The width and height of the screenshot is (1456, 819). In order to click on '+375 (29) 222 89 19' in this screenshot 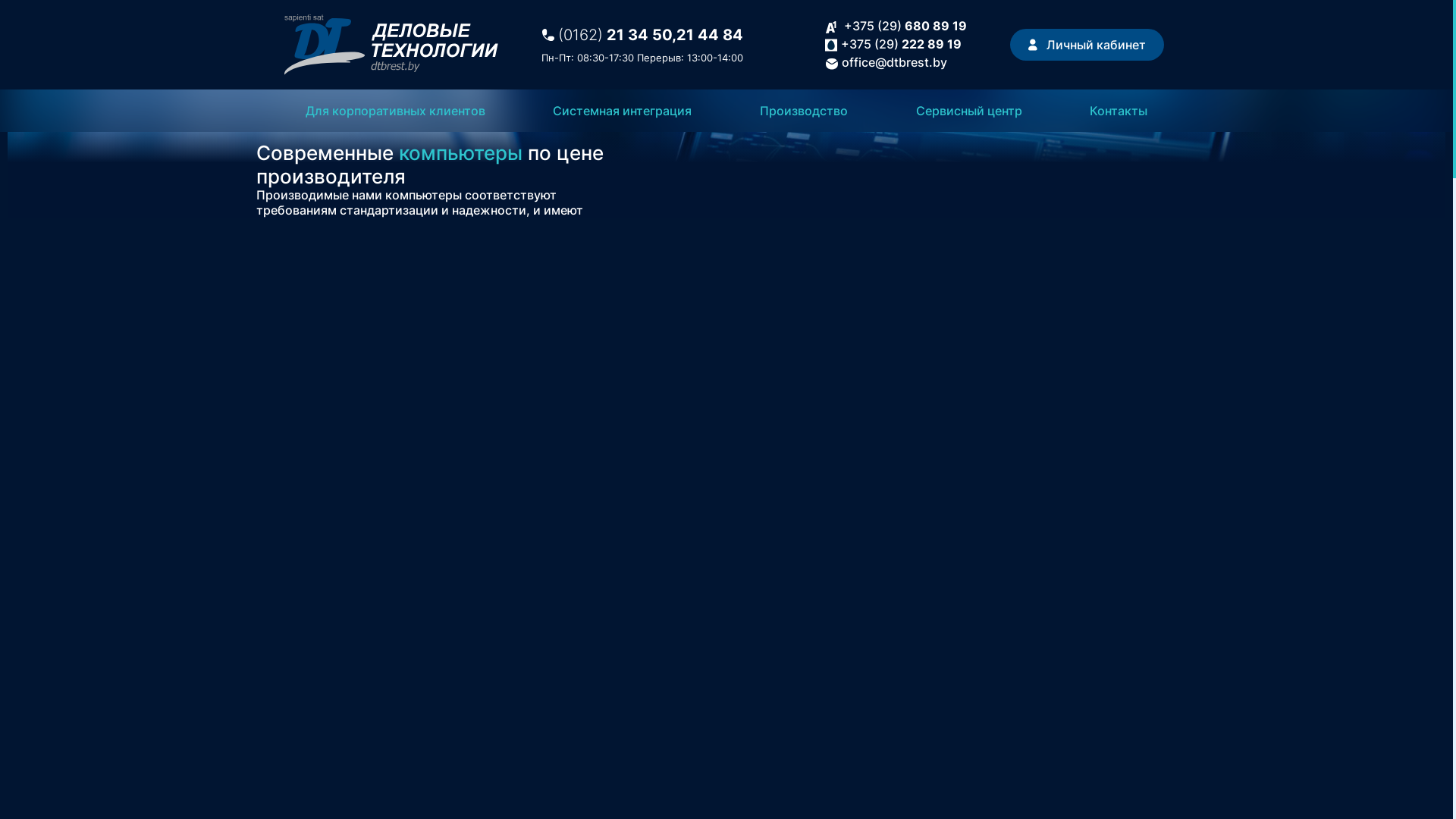, I will do `click(901, 42)`.